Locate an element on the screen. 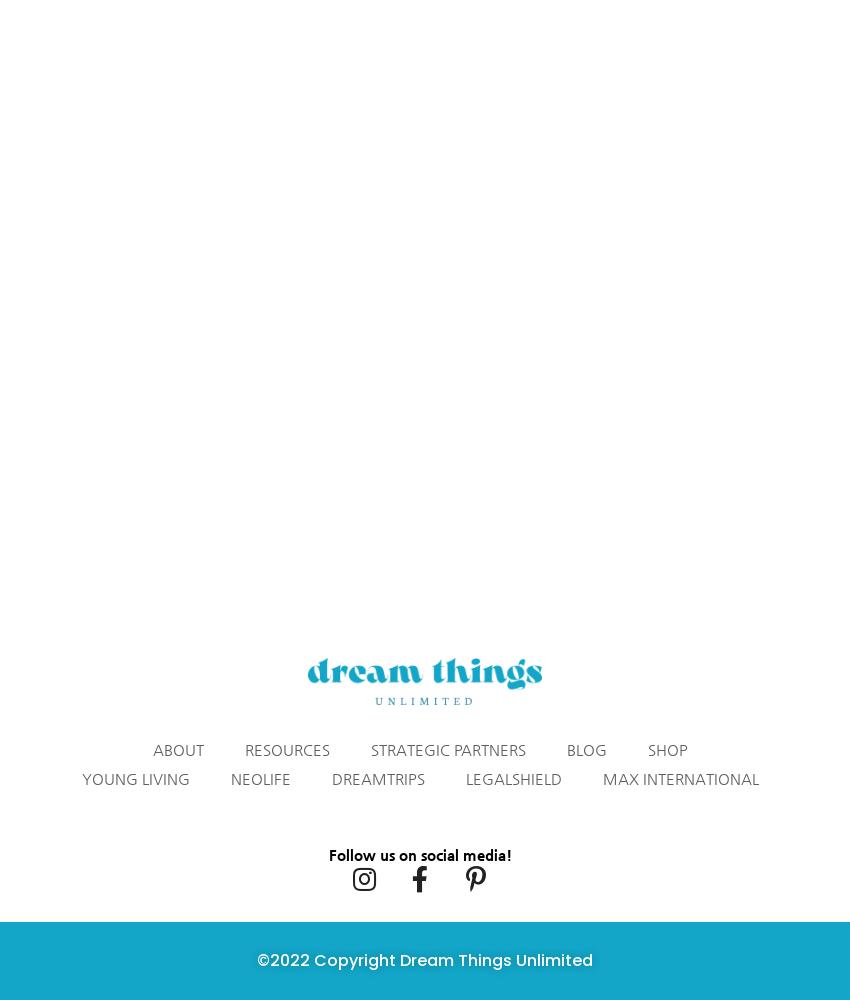 This screenshot has width=850, height=1000. 'SHOP' is located at coordinates (666, 747).